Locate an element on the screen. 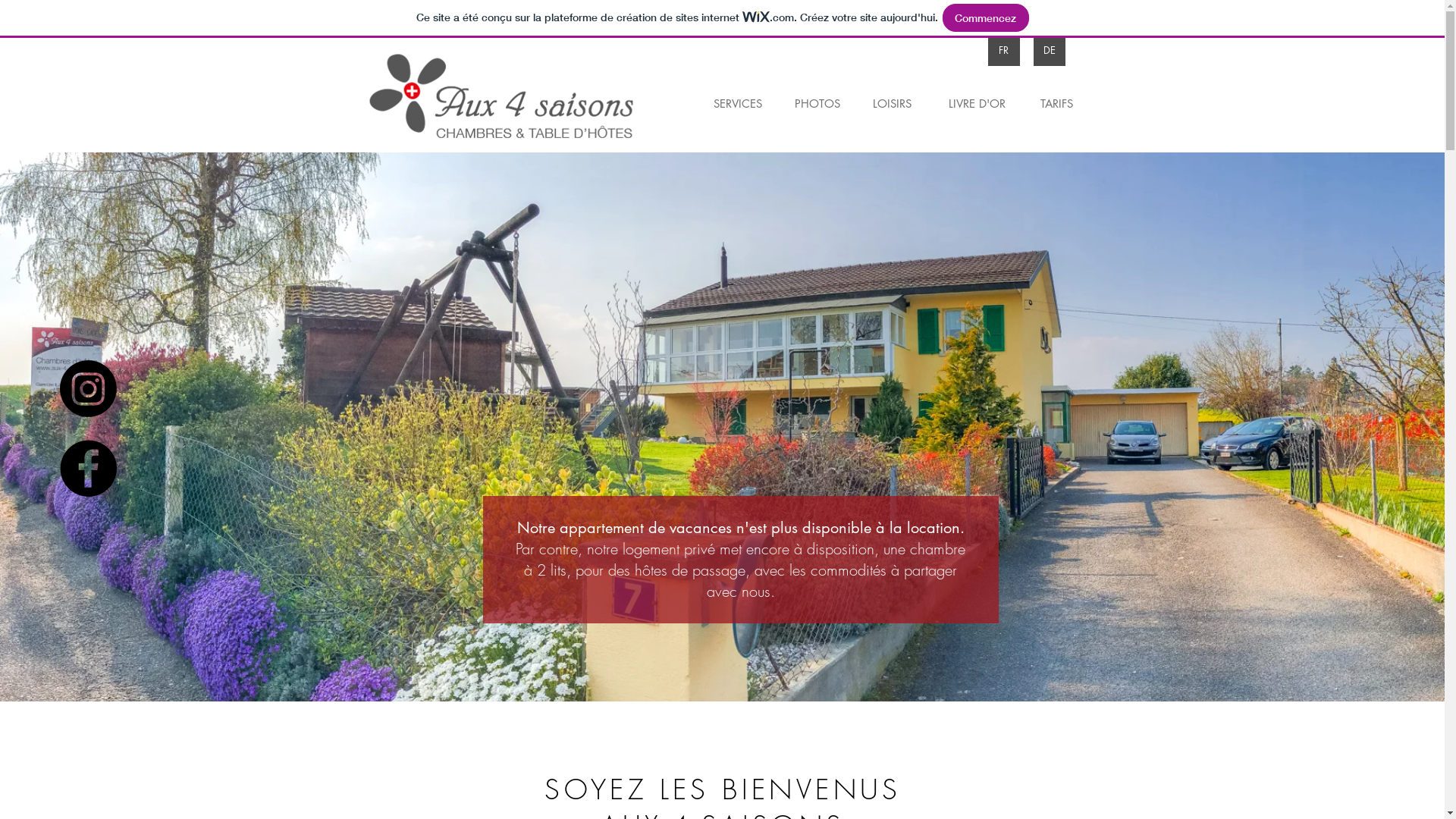 This screenshot has width=1456, height=819. 'TARIFS' is located at coordinates (1055, 102).